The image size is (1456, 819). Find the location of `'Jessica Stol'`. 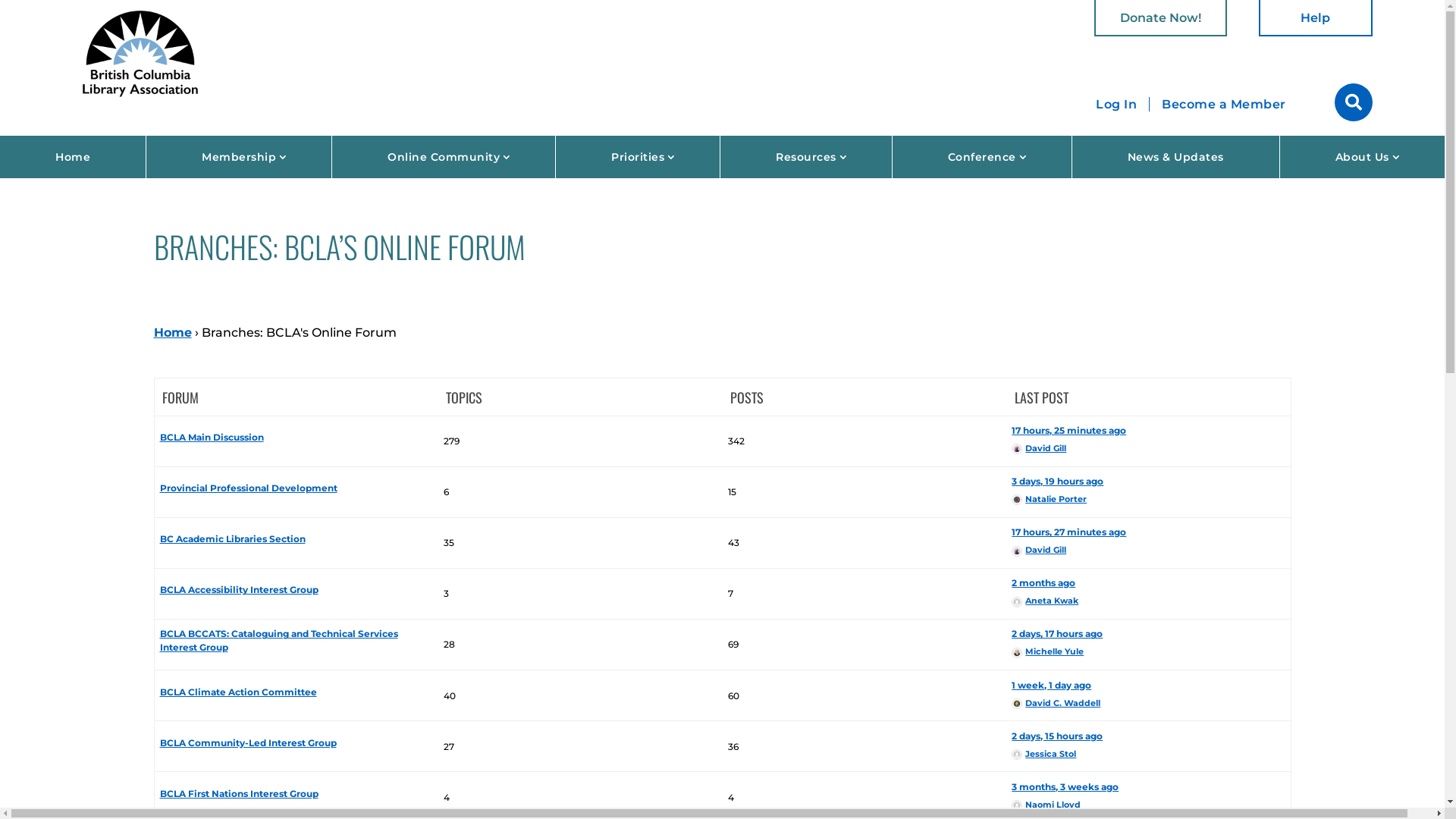

'Jessica Stol' is located at coordinates (1043, 754).